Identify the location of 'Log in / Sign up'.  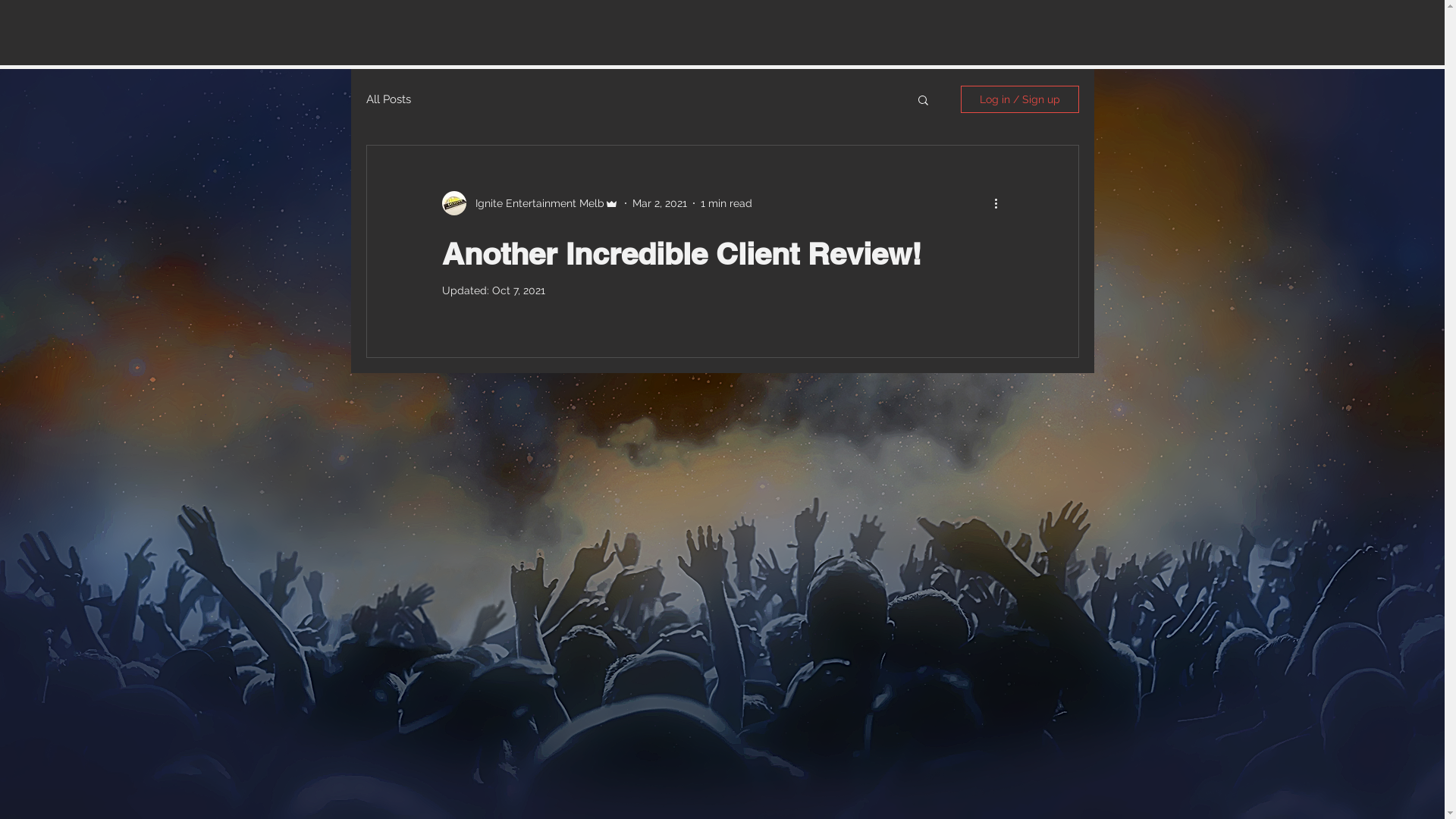
(1019, 99).